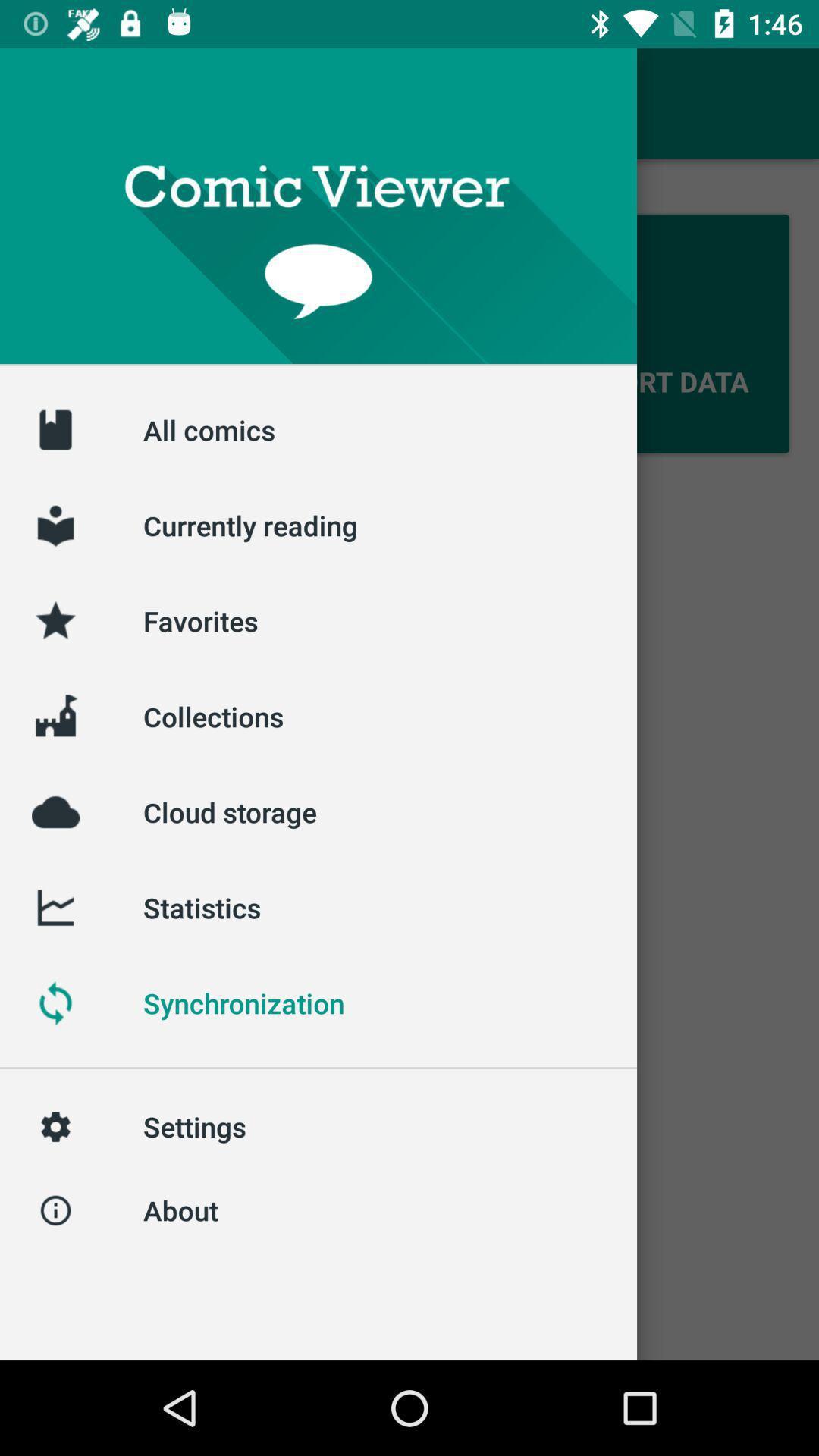 This screenshot has height=1456, width=819. What do you see at coordinates (55, 716) in the screenshot?
I see `the icon beside collections` at bounding box center [55, 716].